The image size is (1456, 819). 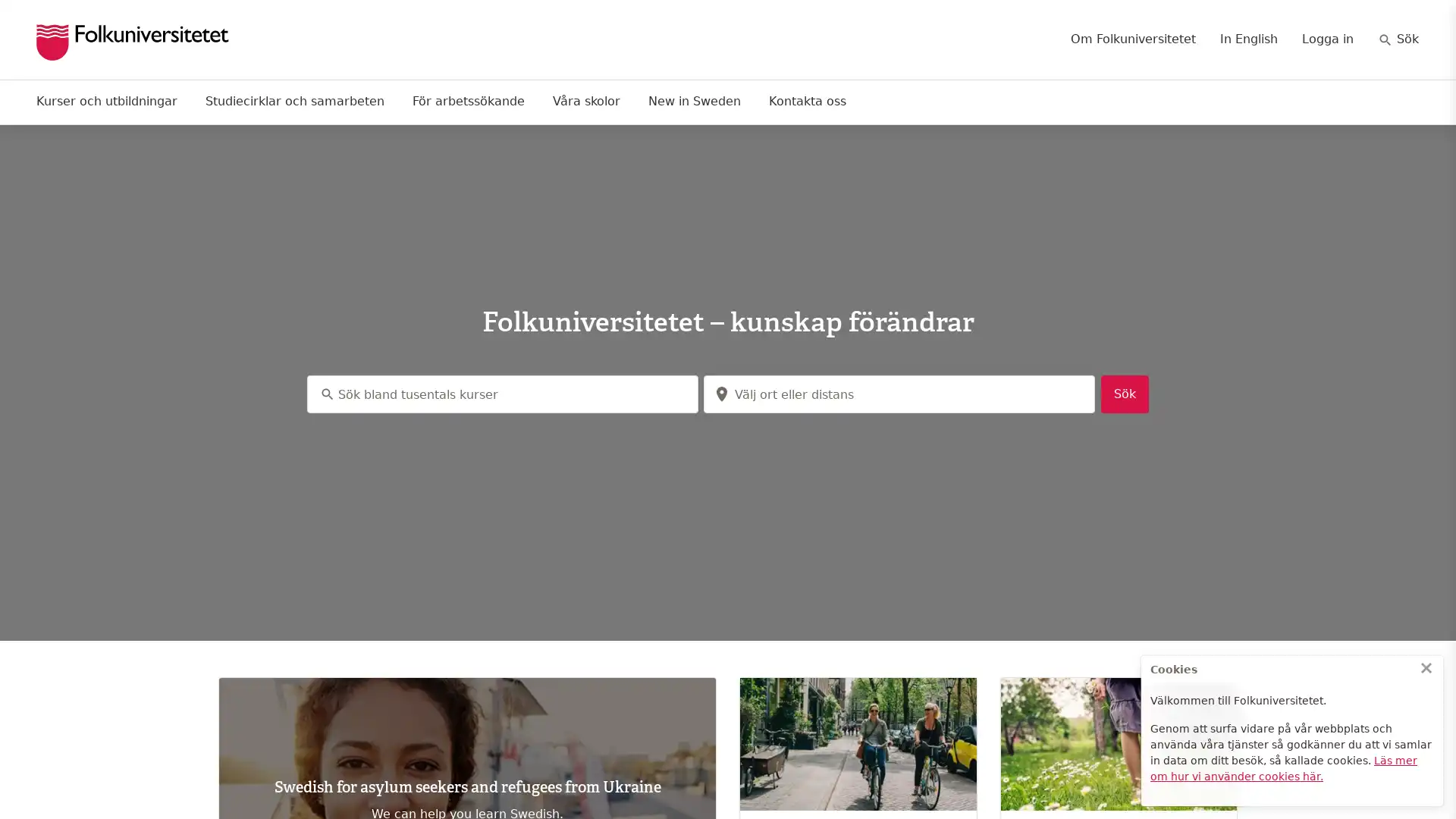 I want to click on Rensa sokfalt, so click(x=1076, y=394).